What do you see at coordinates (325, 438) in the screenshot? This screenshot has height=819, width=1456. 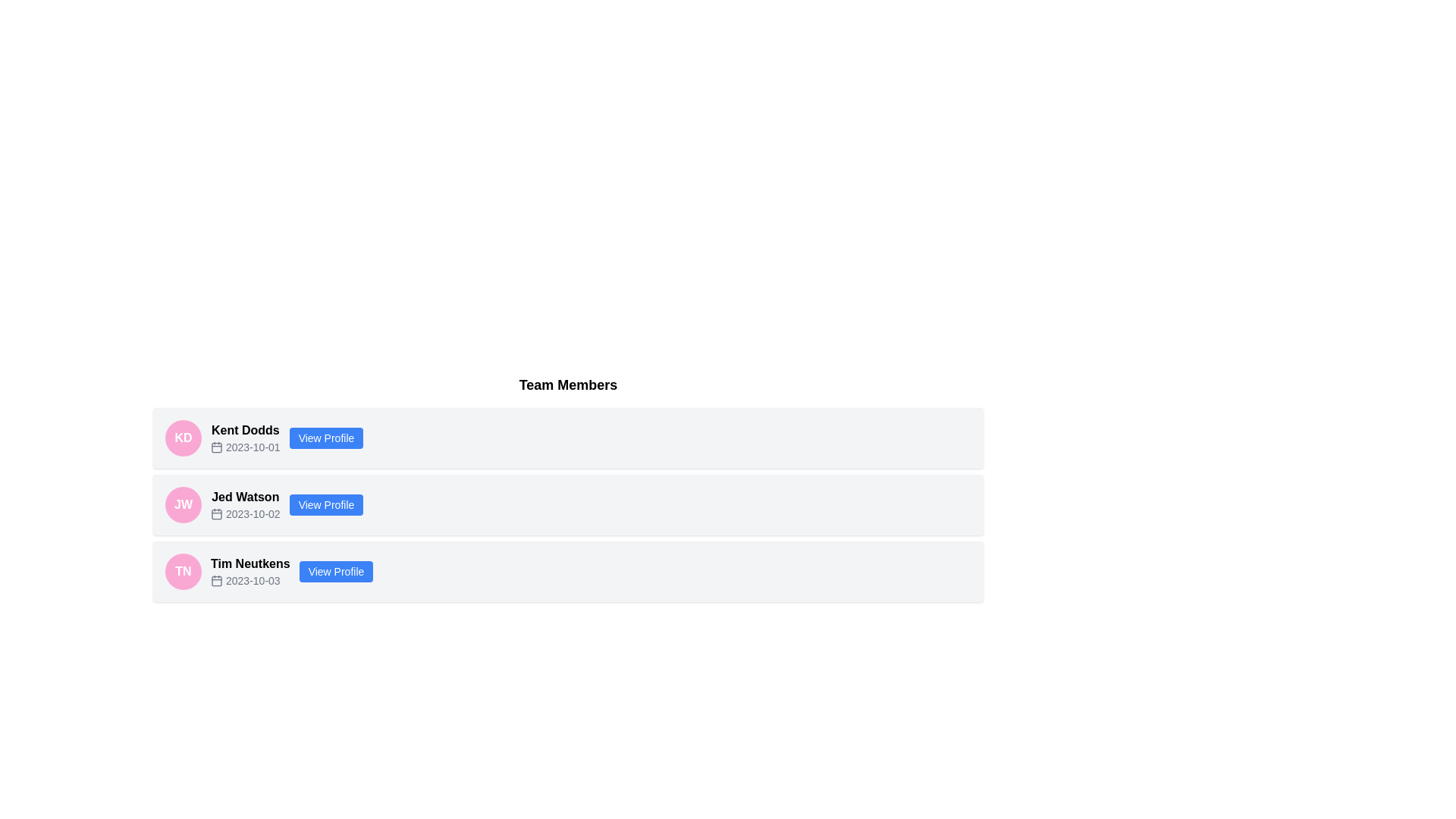 I see `the button located to the right of 'Kent Dodds' in the team member list to observe the hover effect` at bounding box center [325, 438].